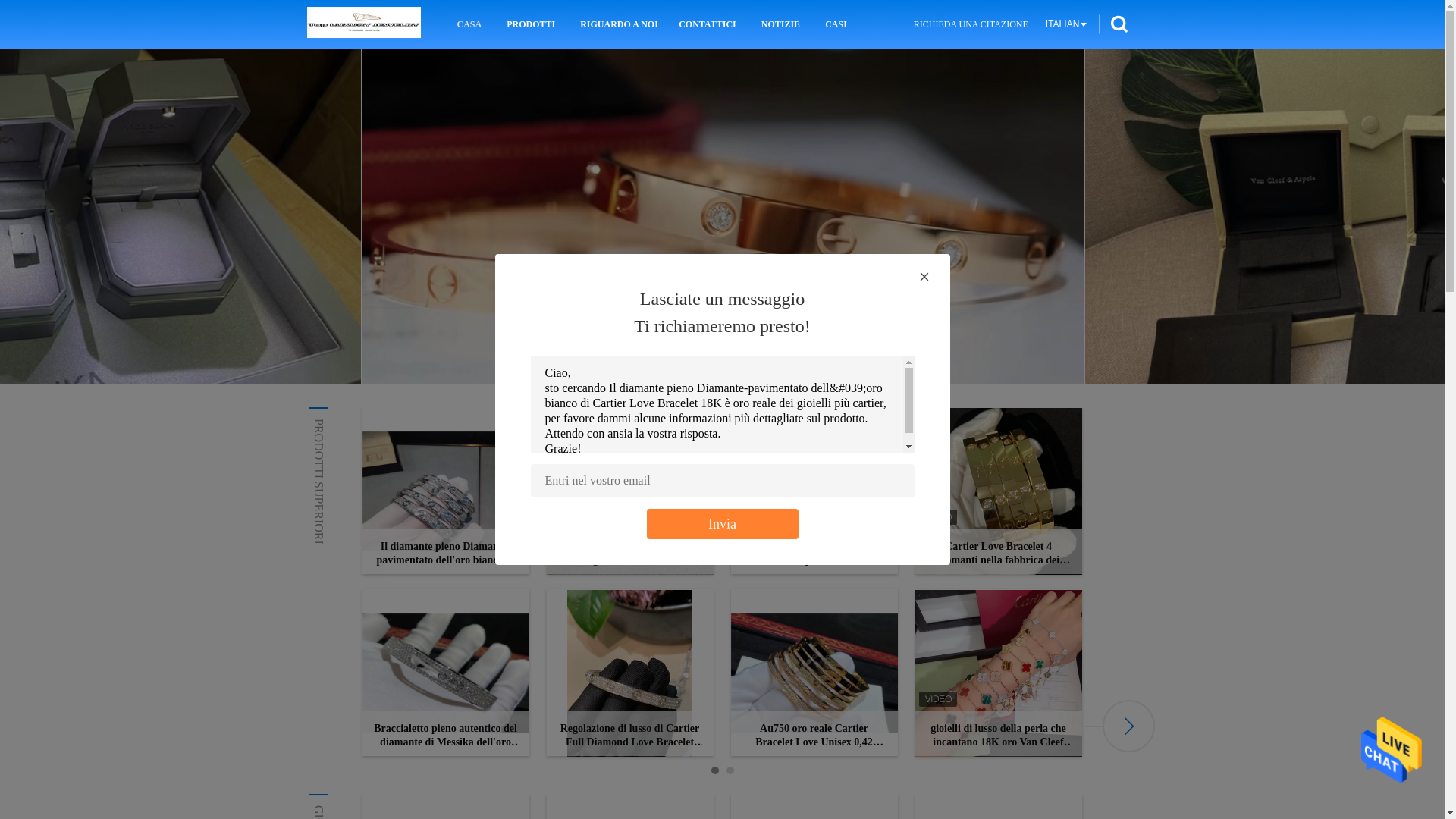 This screenshot has height=819, width=1456. Describe the element at coordinates (706, 24) in the screenshot. I see `'CONTATTICI'` at that location.